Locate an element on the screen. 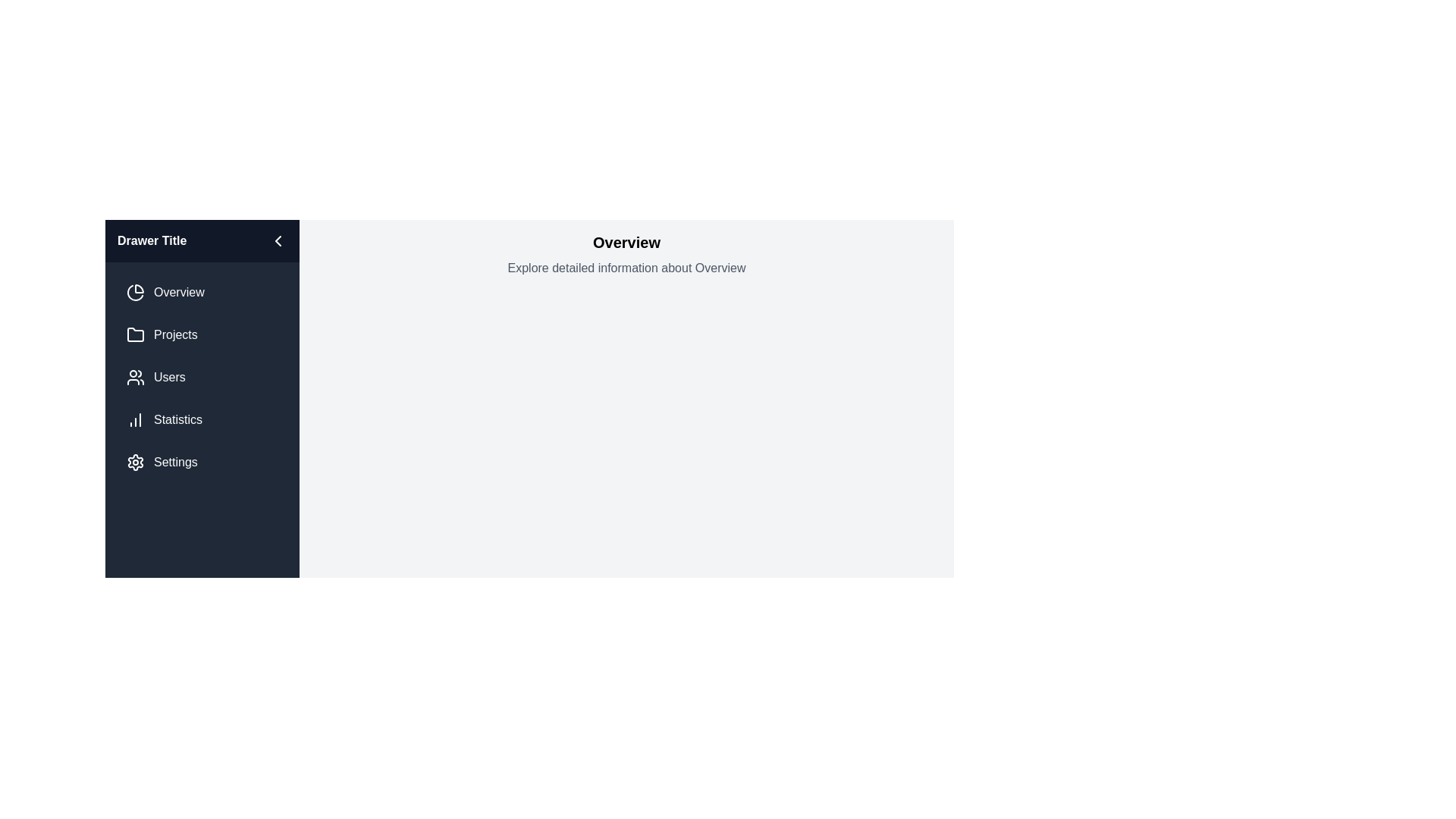 The width and height of the screenshot is (1456, 819). the menu item corresponding to Settings in the sidebar to navigate to that section is located at coordinates (202, 461).